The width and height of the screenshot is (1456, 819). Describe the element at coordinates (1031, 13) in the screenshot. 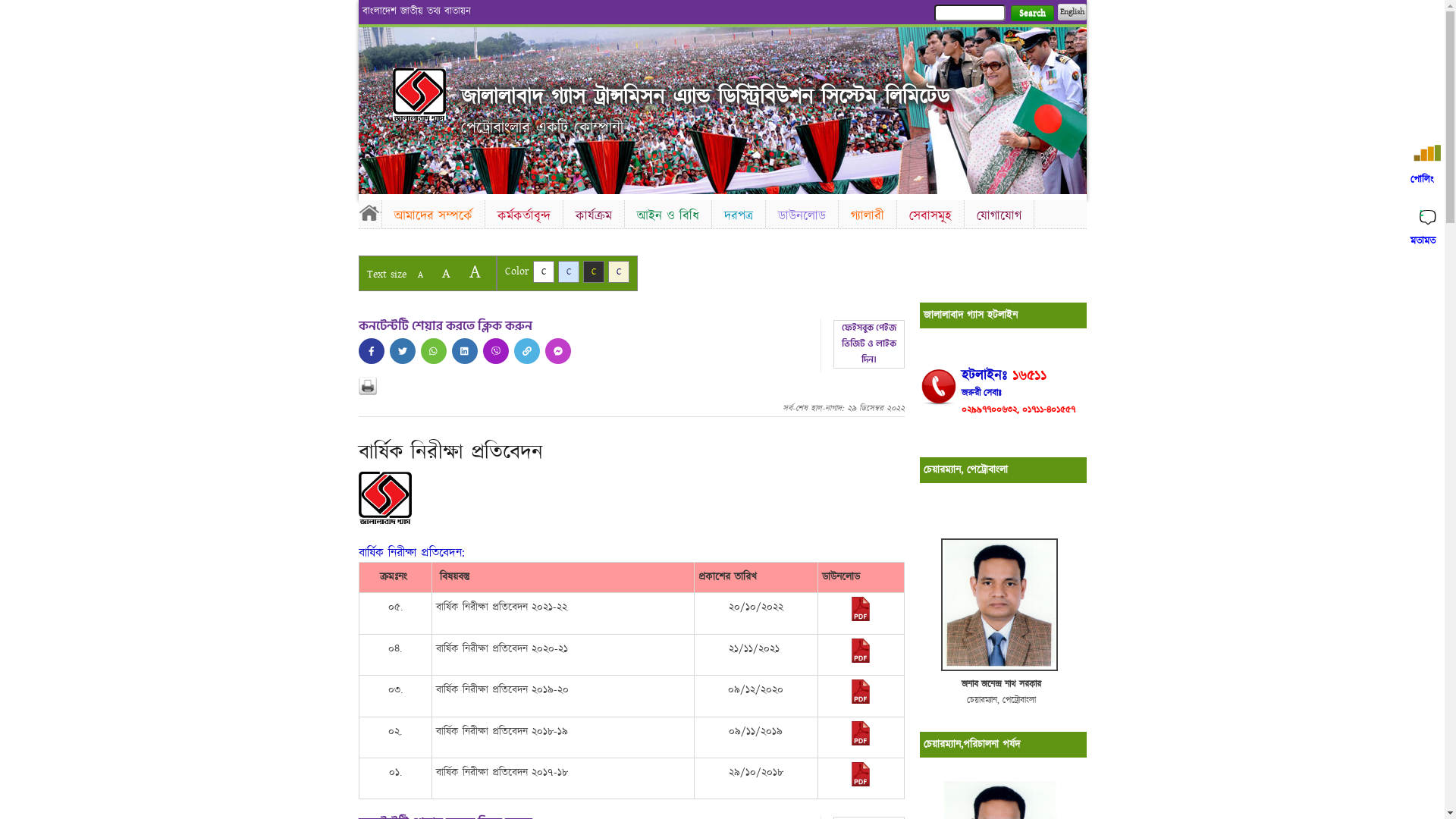

I see `'Search'` at that location.